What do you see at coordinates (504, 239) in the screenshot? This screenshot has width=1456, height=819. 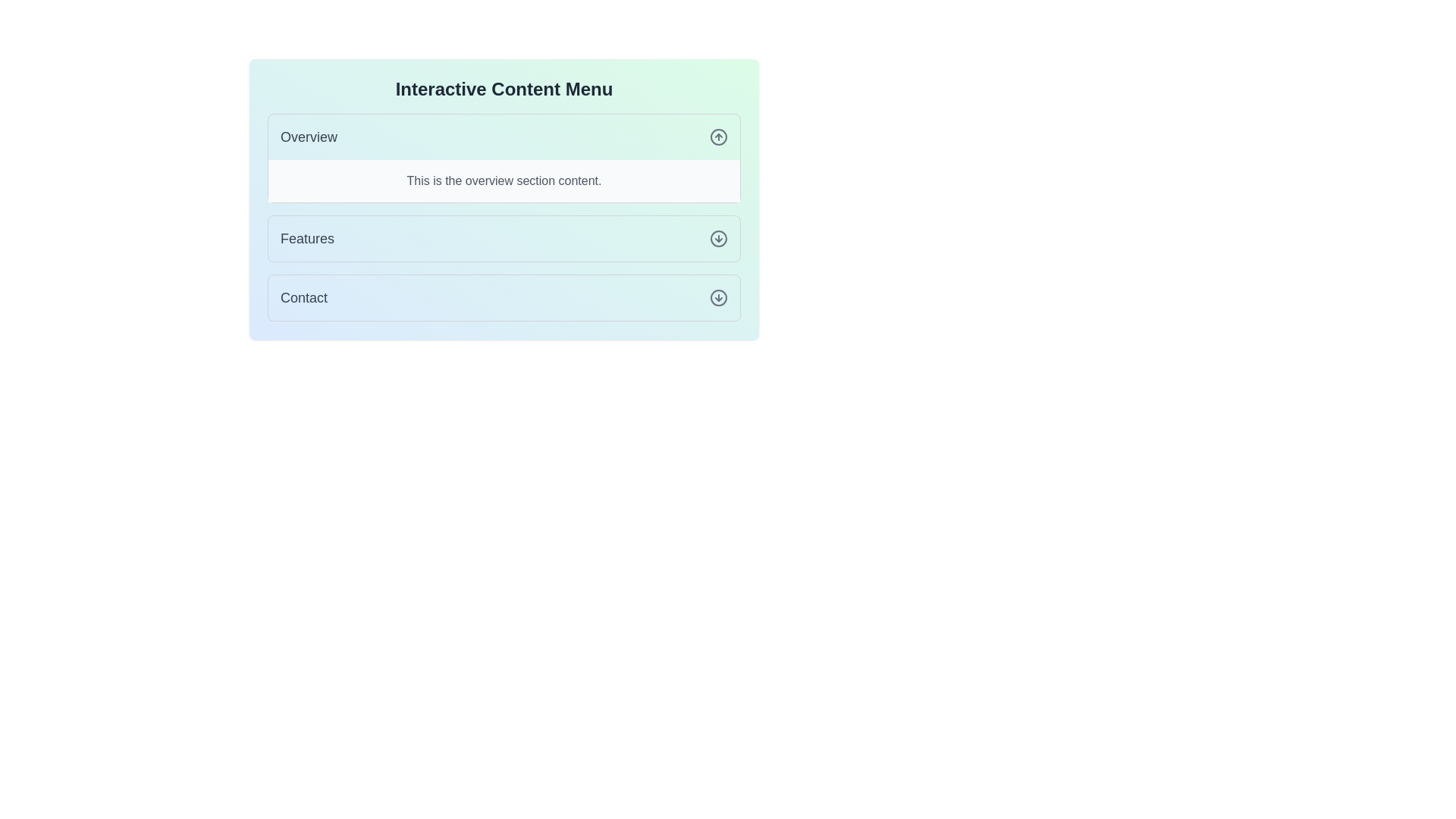 I see `the 'Features' button, which is the second option in a vertical list of interactive elements labeled 'Overview', 'Features', and 'Contact'` at bounding box center [504, 239].